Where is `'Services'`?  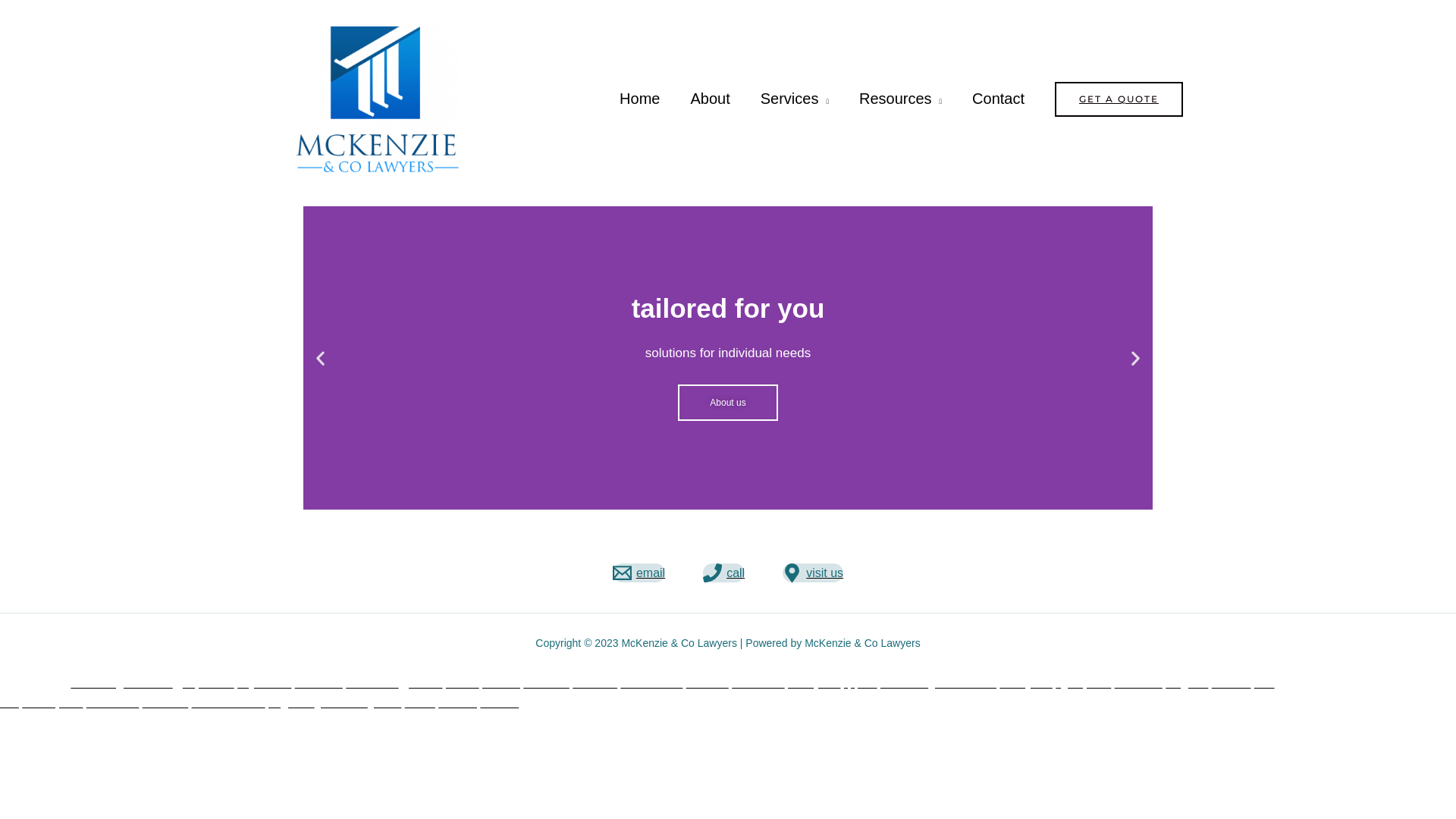
'Services' is located at coordinates (793, 99).